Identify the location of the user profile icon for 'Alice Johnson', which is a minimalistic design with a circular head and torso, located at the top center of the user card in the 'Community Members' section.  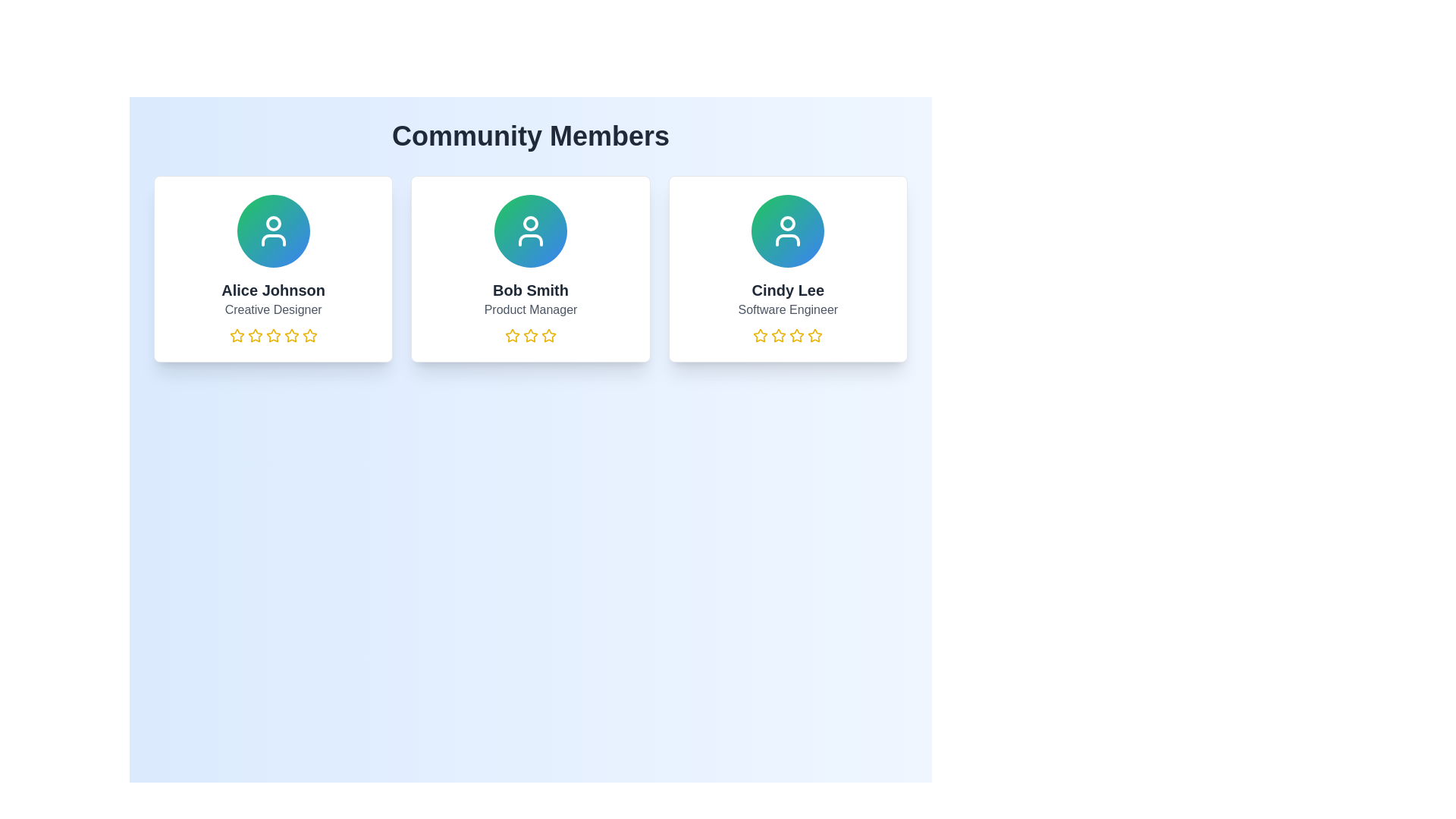
(273, 231).